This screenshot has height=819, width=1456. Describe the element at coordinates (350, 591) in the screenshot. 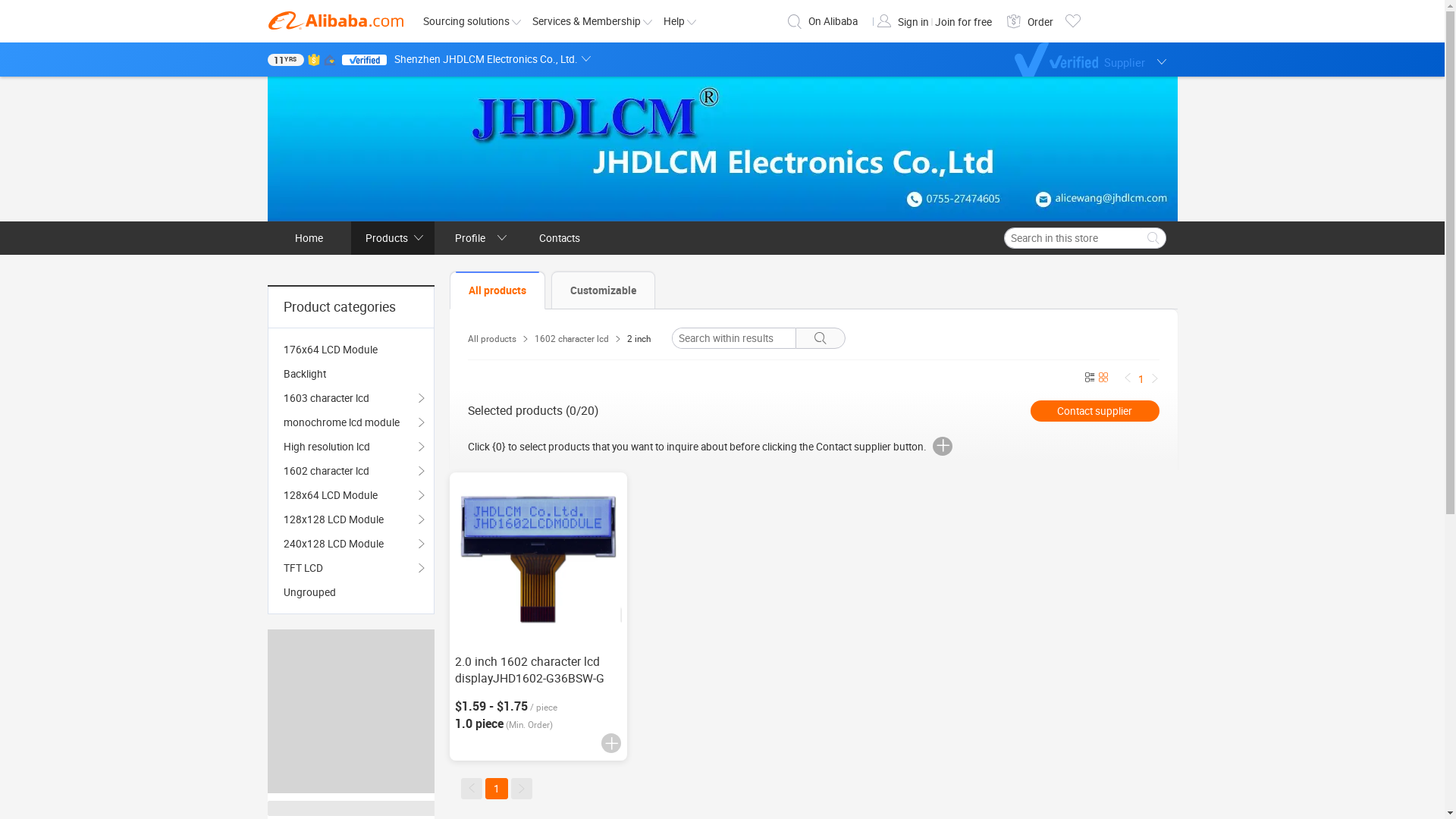

I see `'Ungrouped'` at that location.